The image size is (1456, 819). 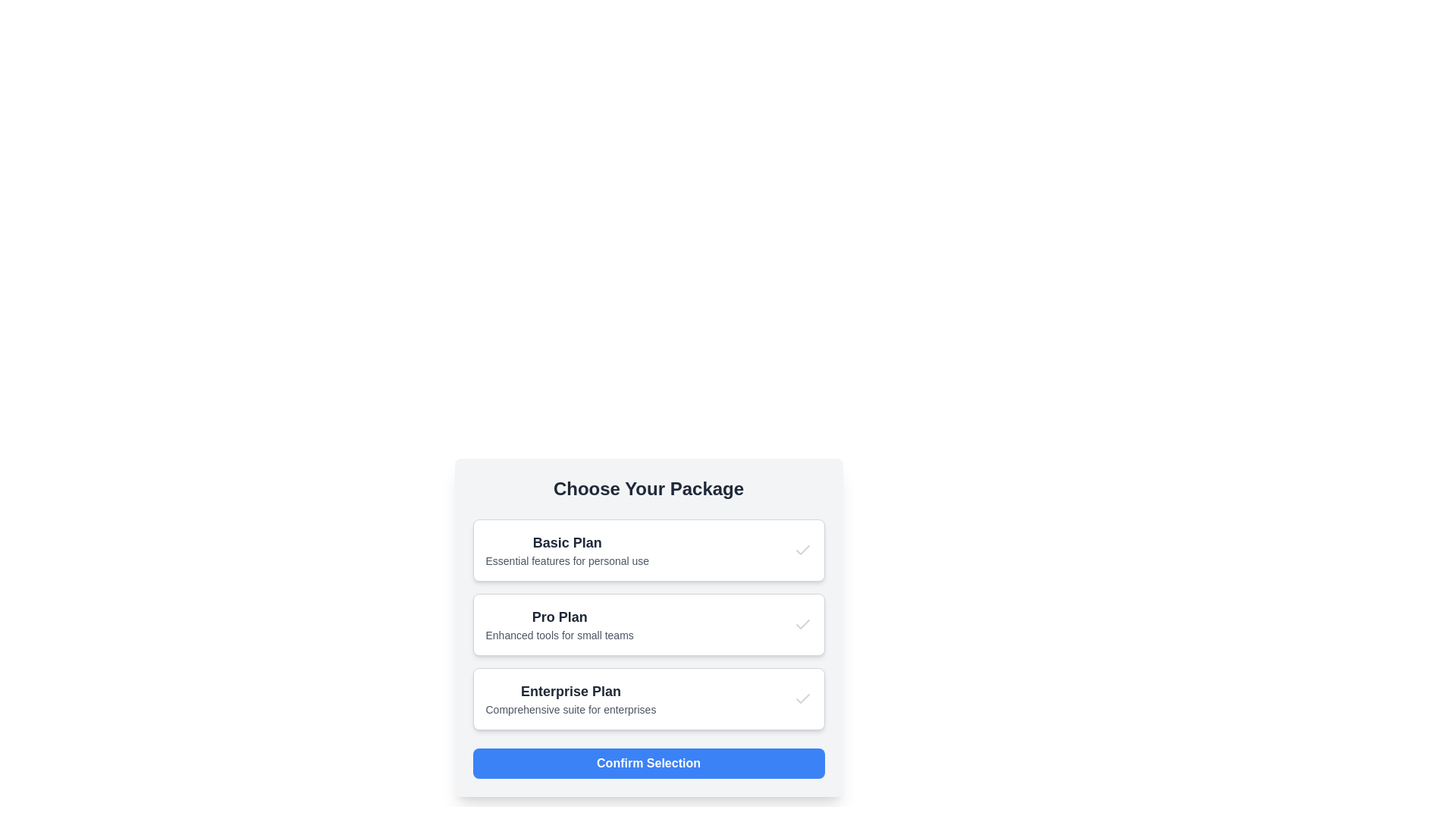 I want to click on the text label that describes the 'Basic Plan' option, which is located directly below the 'Basic Plan' heading in the card component, so click(x=566, y=561).